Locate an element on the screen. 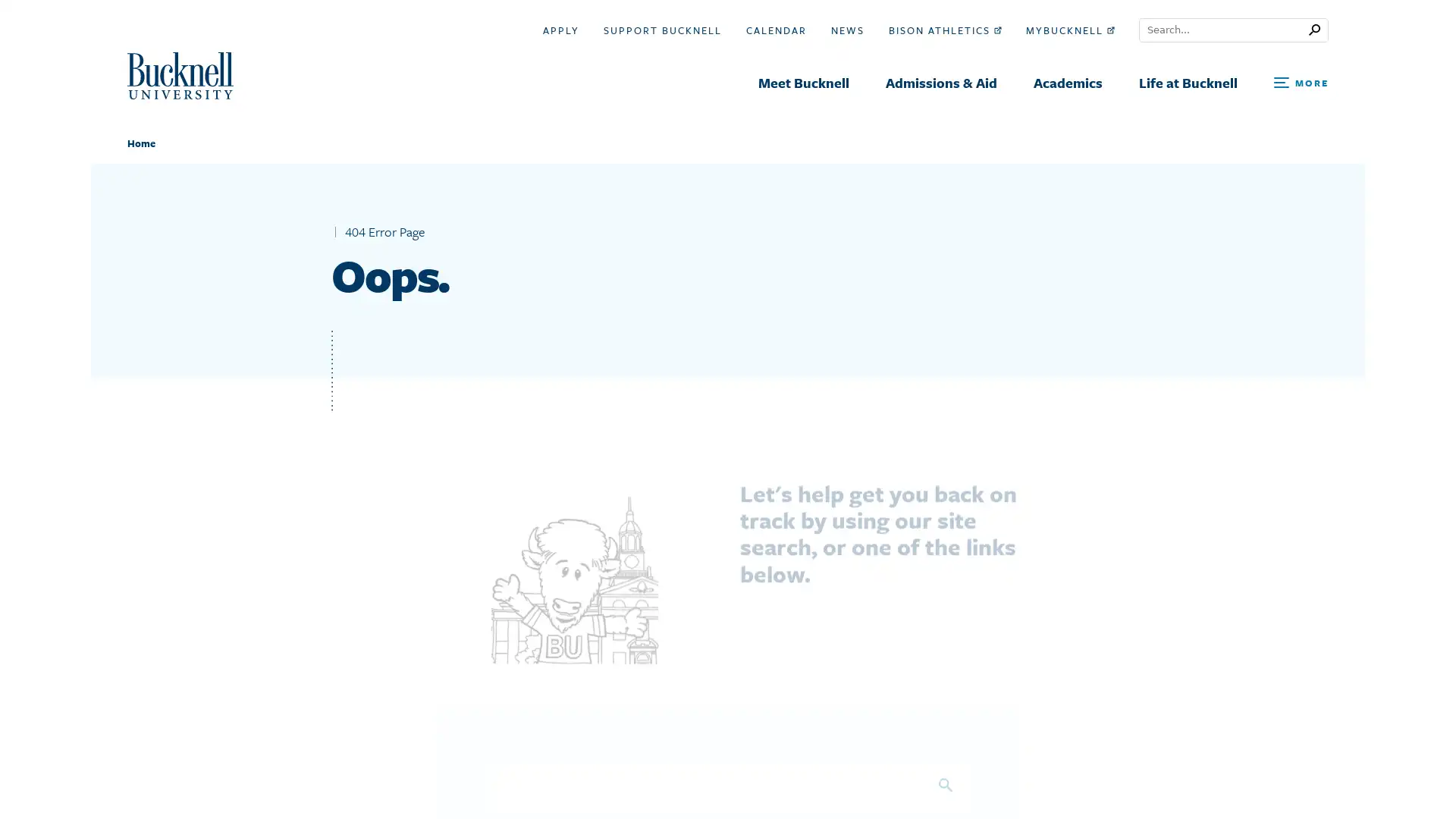  Open Search and Additional Links is located at coordinates (1301, 83).